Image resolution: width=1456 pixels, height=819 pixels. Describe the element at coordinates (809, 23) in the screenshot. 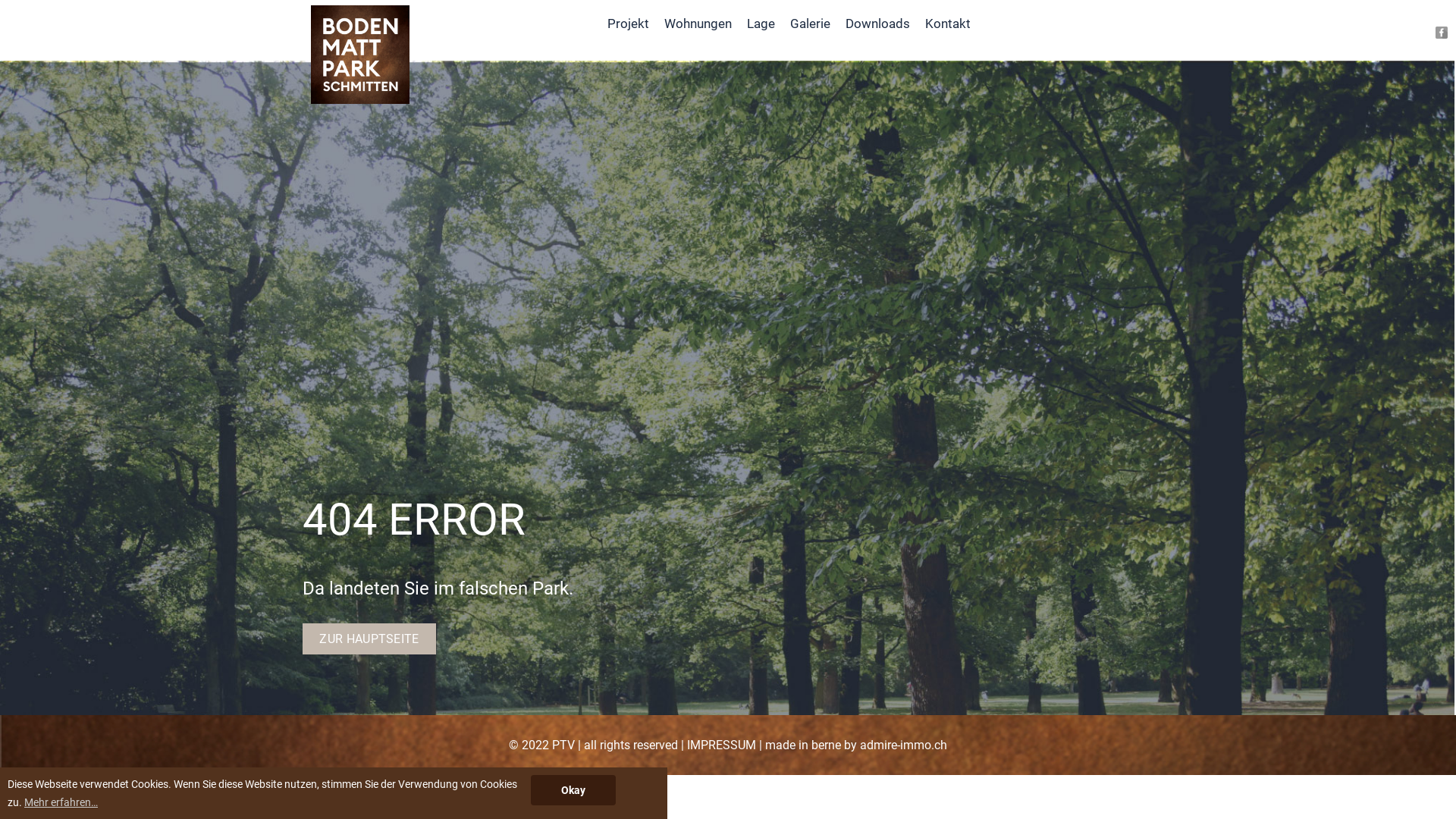

I see `'Galerie'` at that location.